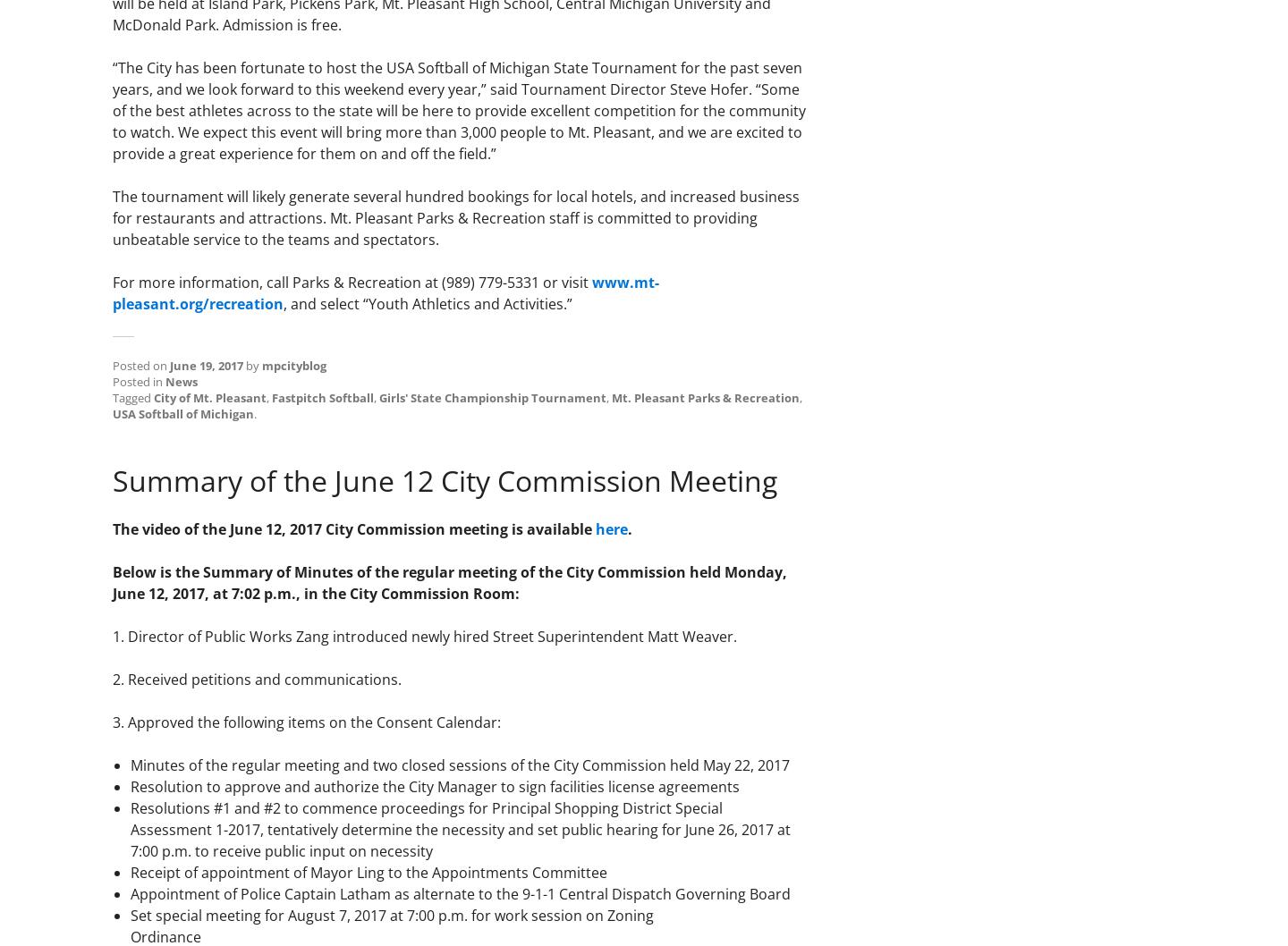 This screenshot has width=1288, height=946. Describe the element at coordinates (612, 528) in the screenshot. I see `'here'` at that location.